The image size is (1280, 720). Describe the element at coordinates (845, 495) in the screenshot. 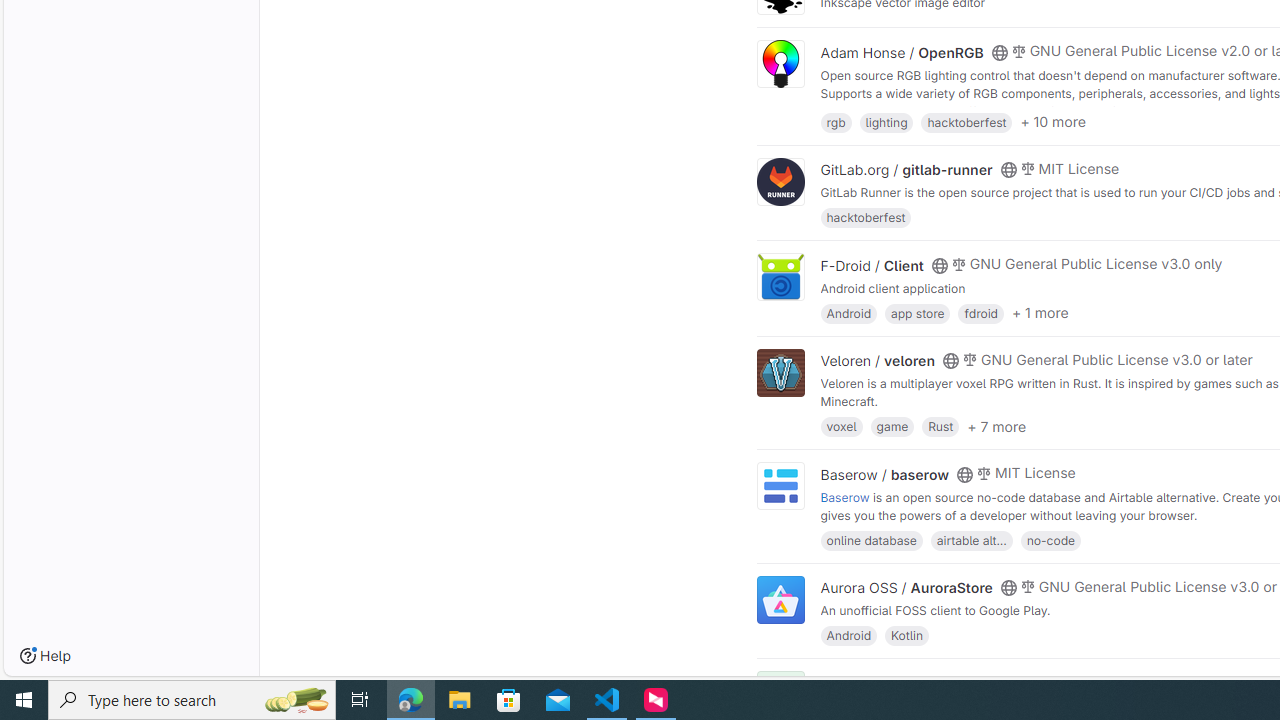

I see `'Baserow'` at that location.